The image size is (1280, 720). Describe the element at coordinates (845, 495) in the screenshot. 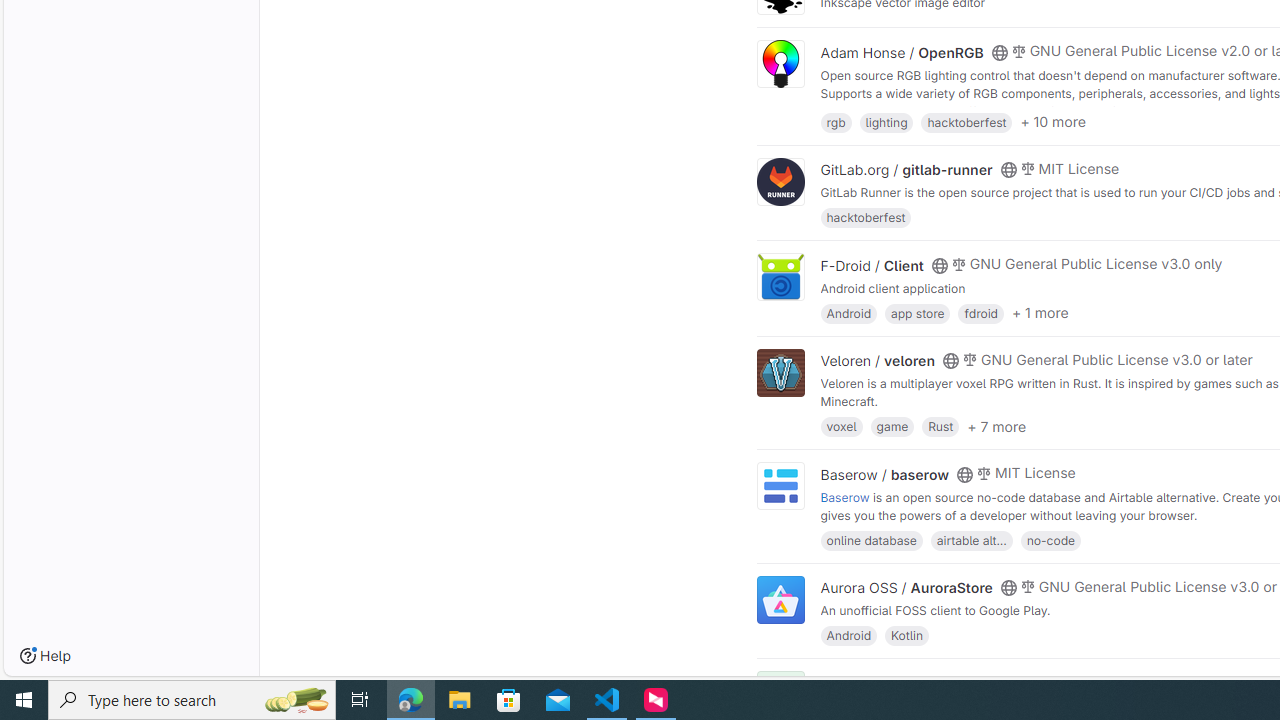

I see `'Baserow'` at that location.